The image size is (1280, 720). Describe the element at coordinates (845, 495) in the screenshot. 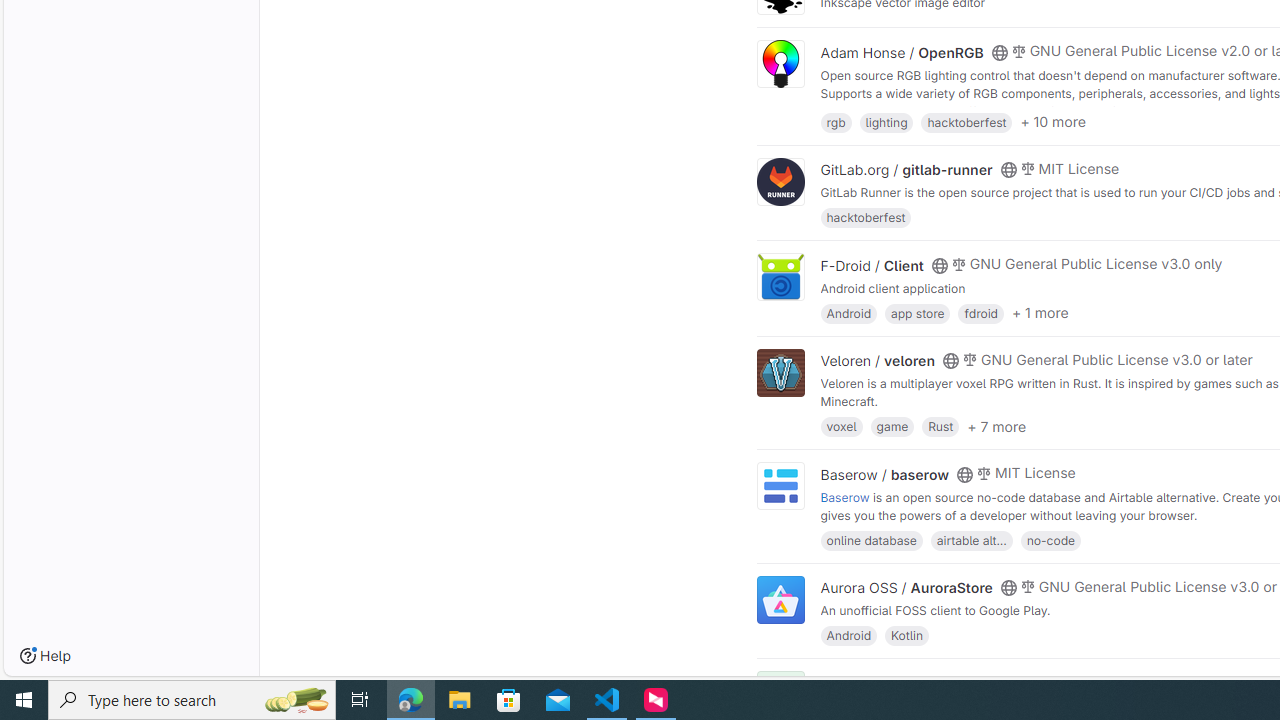

I see `'Baserow'` at that location.